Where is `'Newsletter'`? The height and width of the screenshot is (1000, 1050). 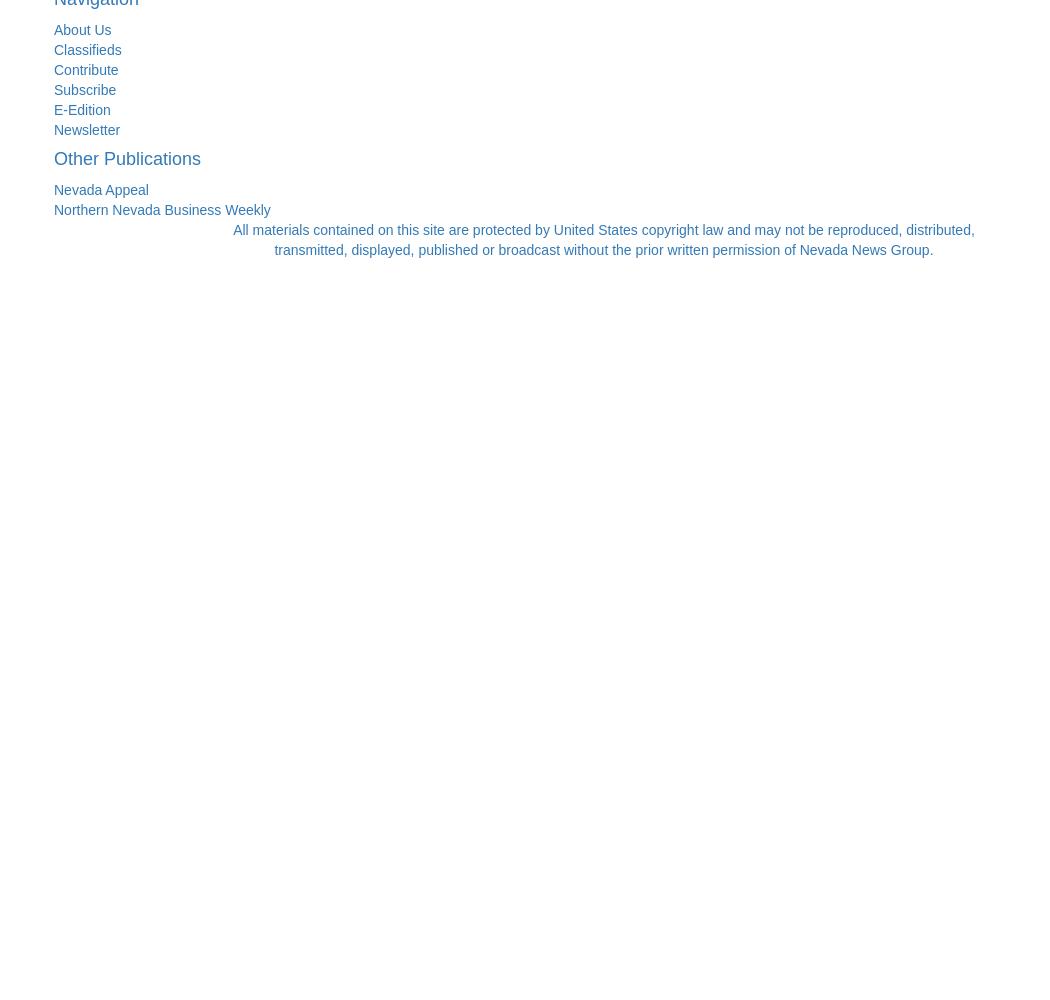 'Newsletter' is located at coordinates (87, 129).